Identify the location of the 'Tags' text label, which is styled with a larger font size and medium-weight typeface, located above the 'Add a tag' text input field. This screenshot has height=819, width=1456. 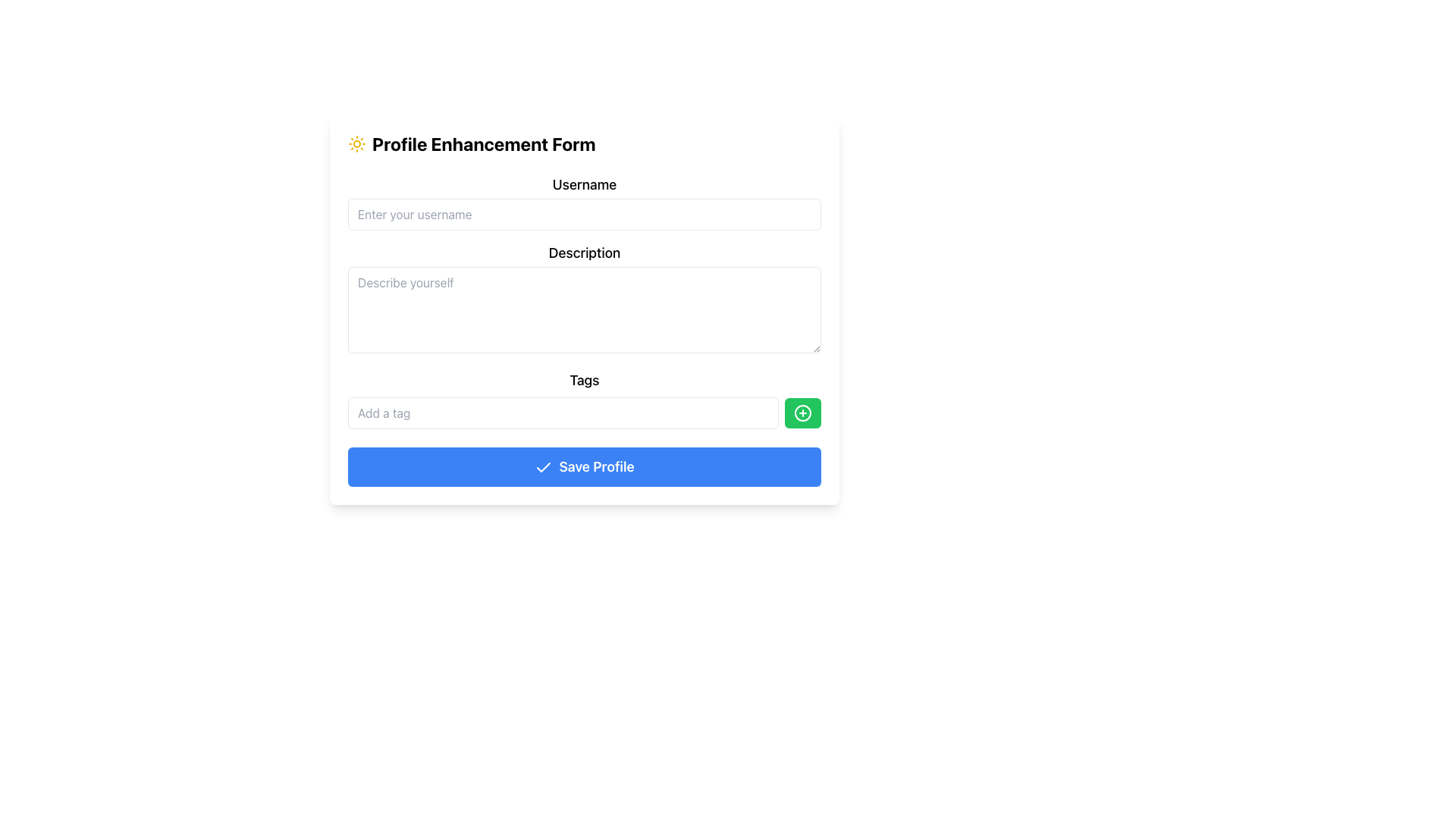
(584, 379).